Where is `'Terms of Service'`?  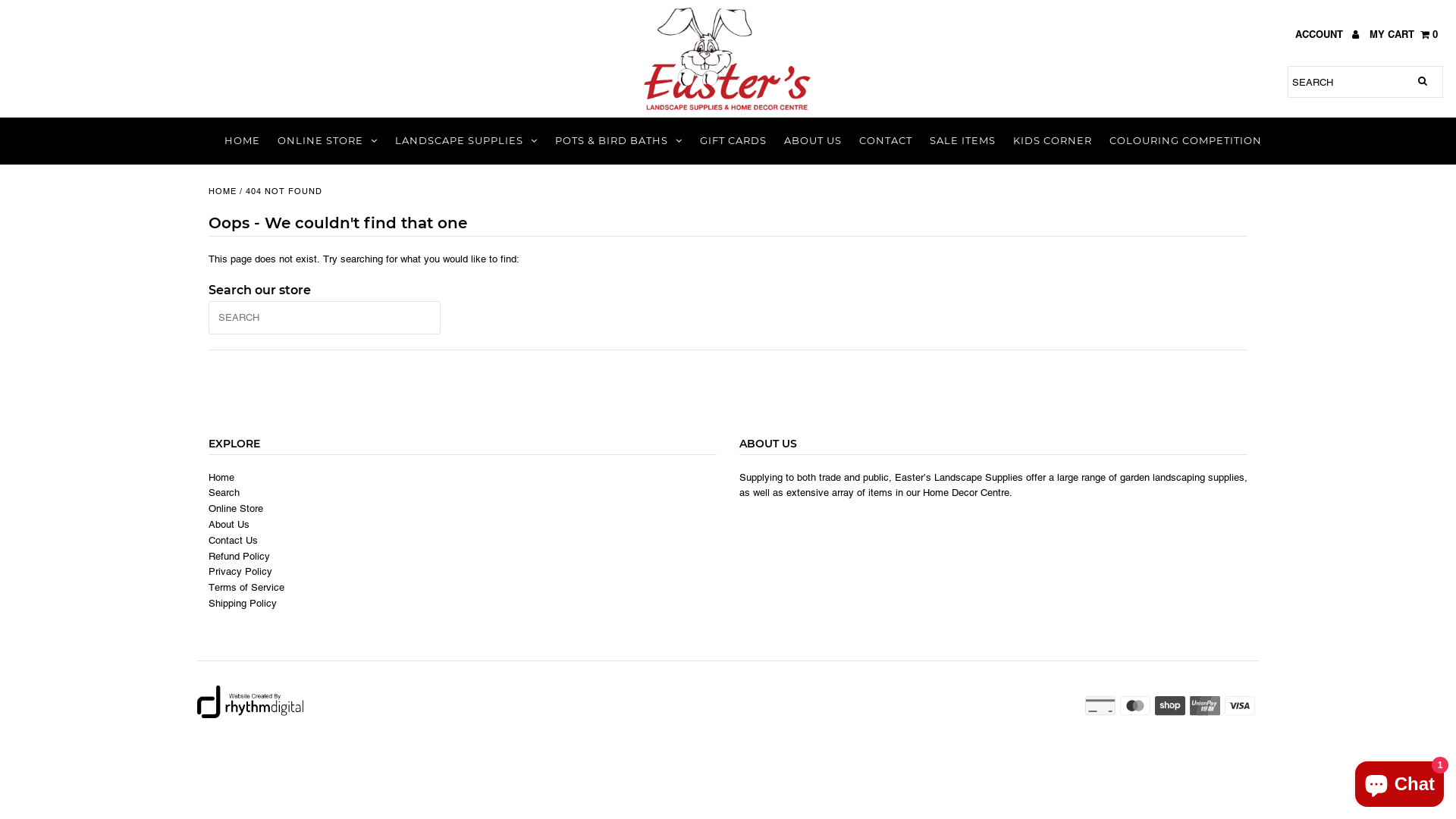
'Terms of Service' is located at coordinates (246, 587).